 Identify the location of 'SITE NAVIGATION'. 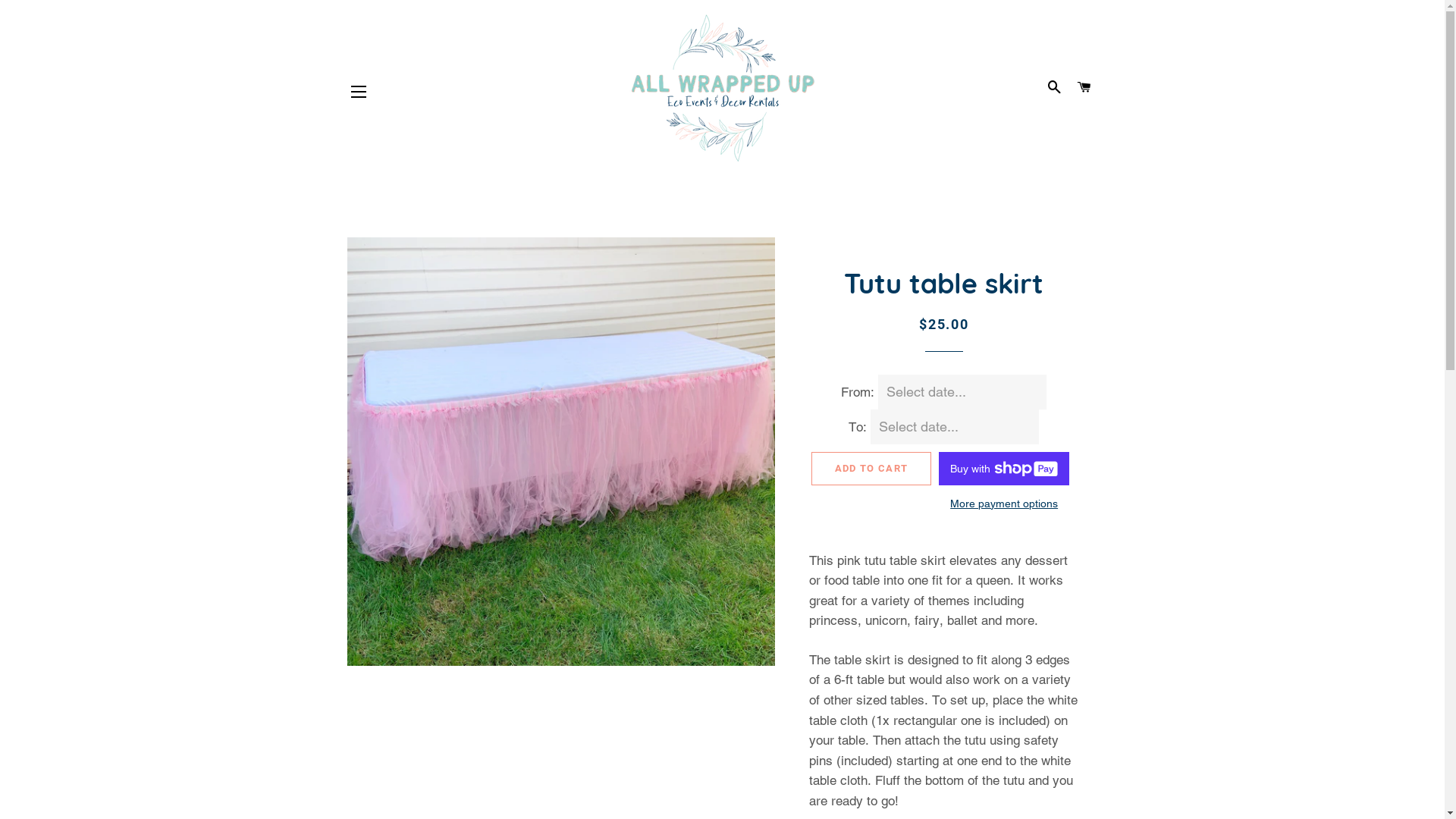
(358, 91).